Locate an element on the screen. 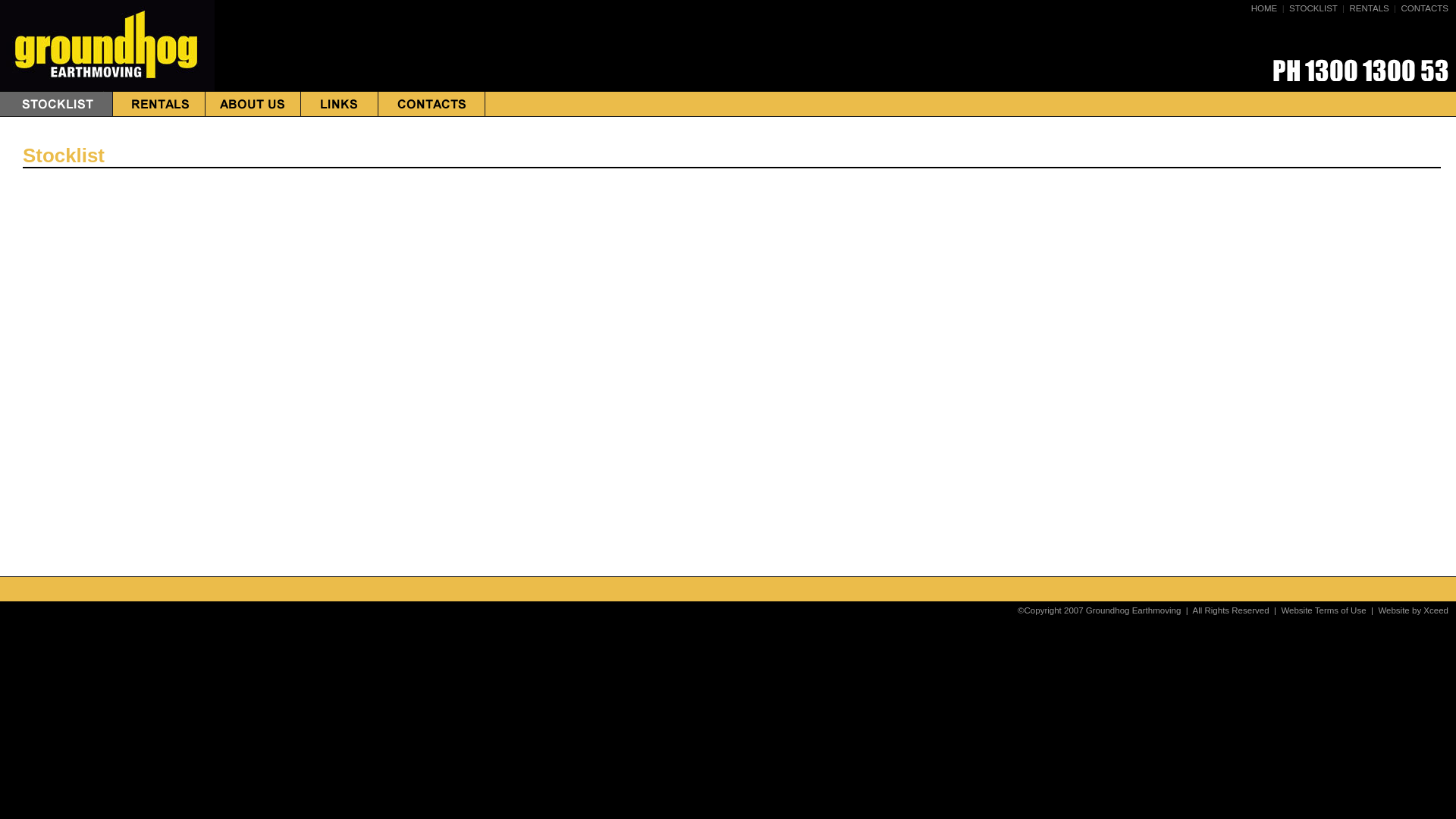 Image resolution: width=1456 pixels, height=819 pixels. 'HOME' is located at coordinates (1264, 8).